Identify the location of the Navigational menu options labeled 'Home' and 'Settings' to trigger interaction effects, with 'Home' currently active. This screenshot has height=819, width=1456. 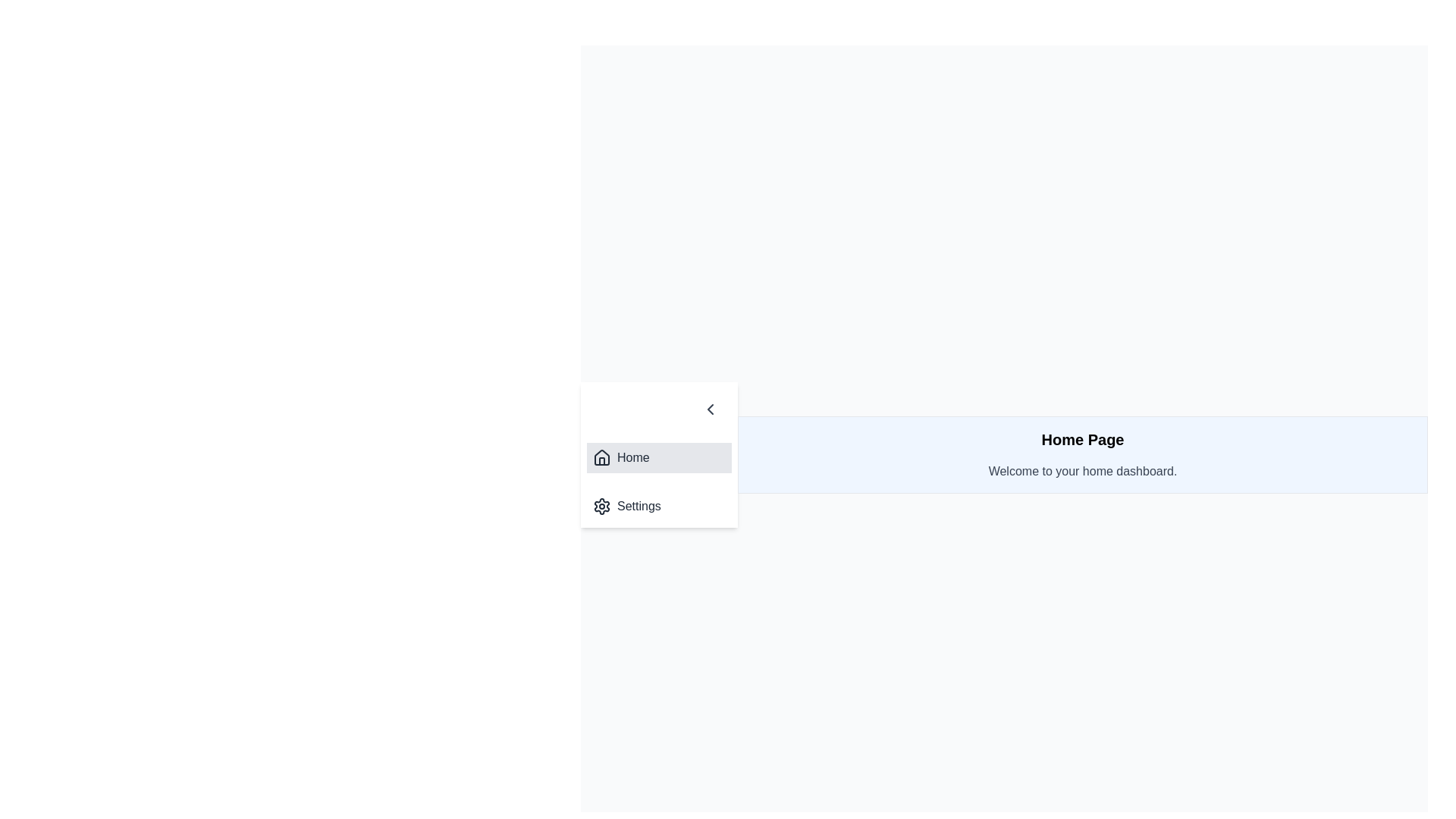
(659, 454).